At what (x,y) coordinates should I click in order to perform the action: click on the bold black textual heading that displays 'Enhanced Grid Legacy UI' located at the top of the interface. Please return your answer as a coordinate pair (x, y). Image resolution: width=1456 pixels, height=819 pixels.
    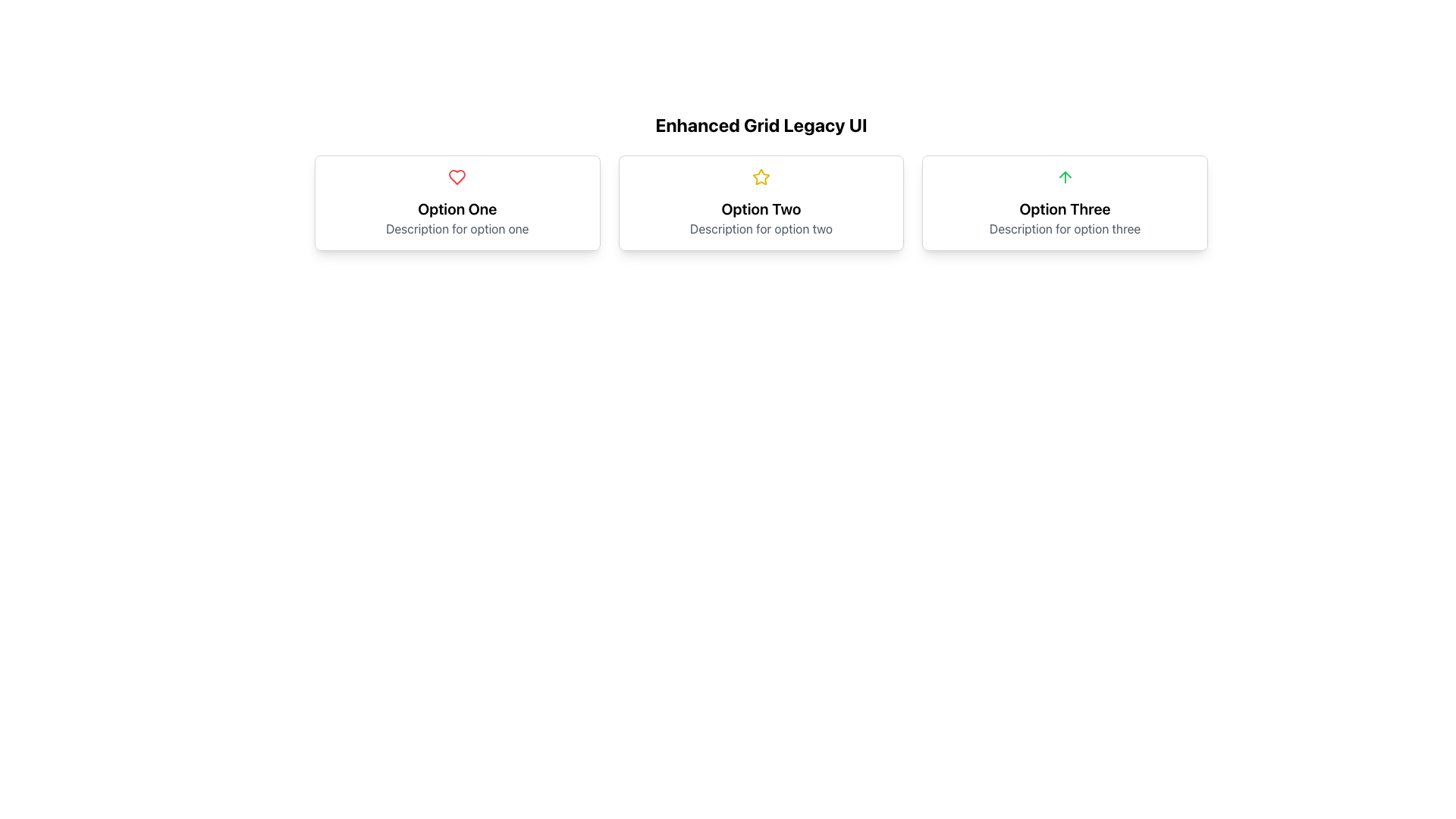
    Looking at the image, I should click on (761, 124).